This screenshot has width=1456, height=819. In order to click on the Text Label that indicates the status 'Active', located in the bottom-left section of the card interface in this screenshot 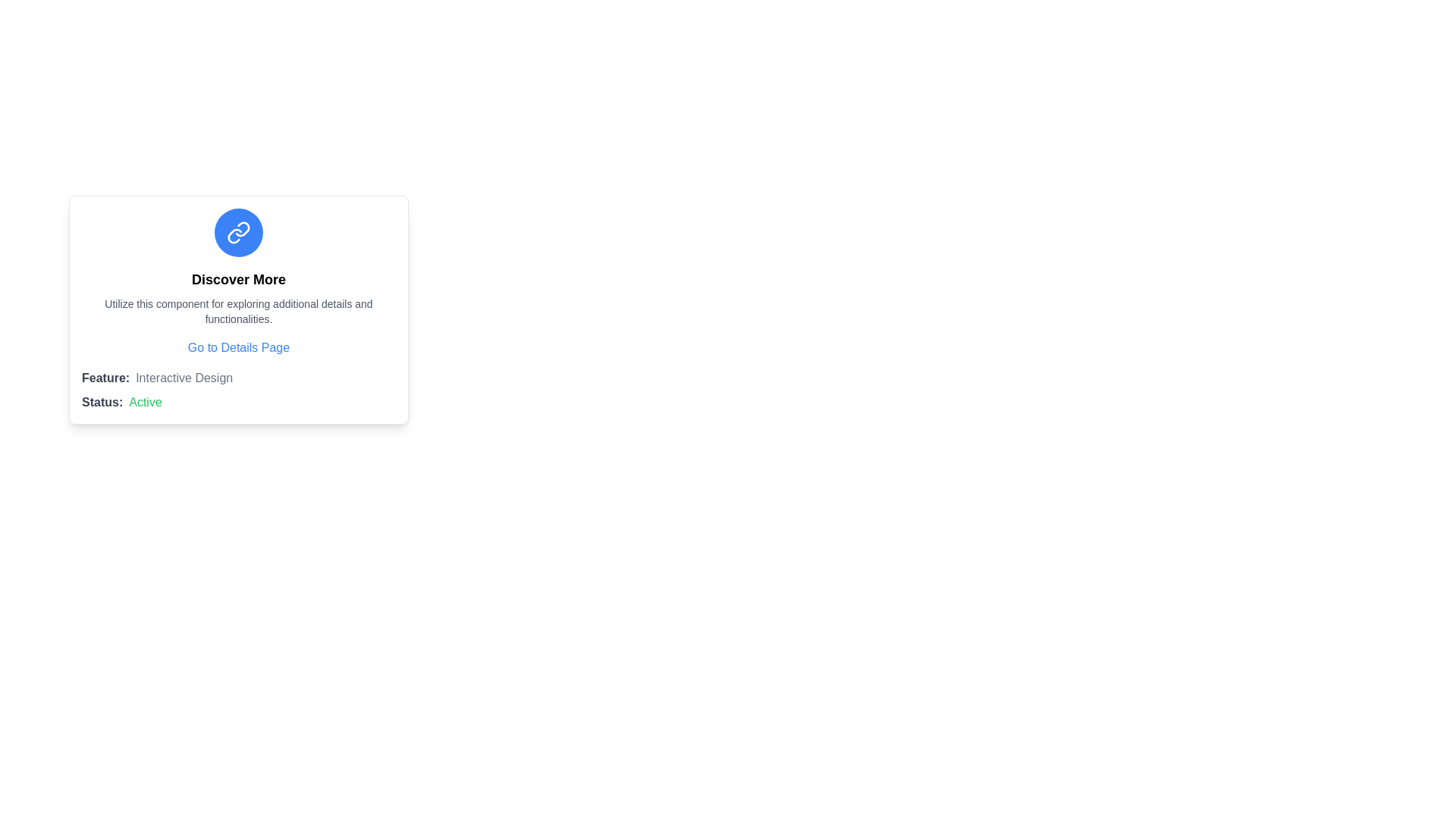, I will do `click(102, 402)`.